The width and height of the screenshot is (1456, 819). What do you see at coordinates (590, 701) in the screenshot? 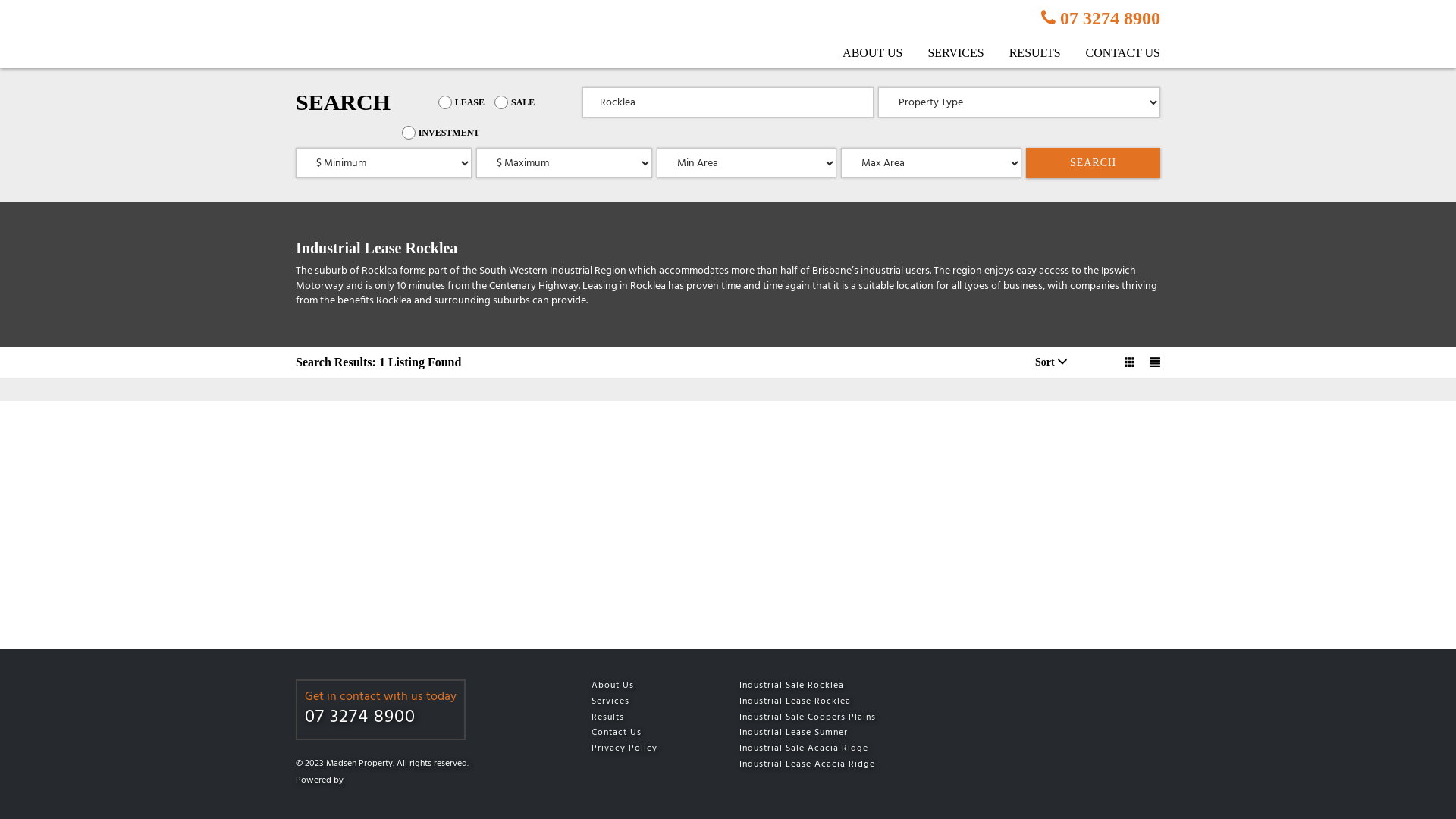
I see `'Services'` at bounding box center [590, 701].